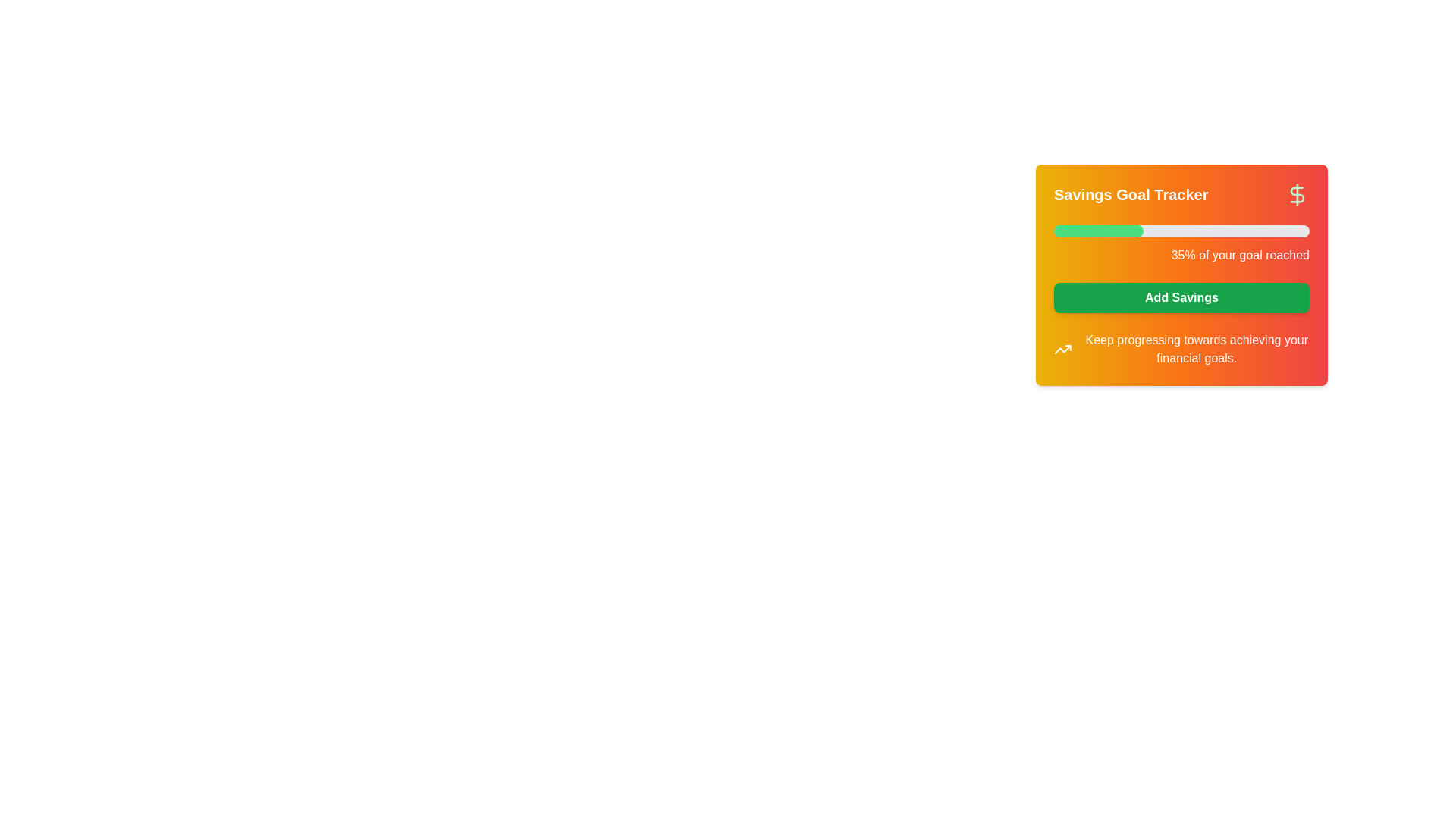 This screenshot has width=1456, height=819. Describe the element at coordinates (1181, 194) in the screenshot. I see `the icon in the header section of the card component that indicates the purpose of tracking and managing savings goals to observe potential tooltips` at that location.